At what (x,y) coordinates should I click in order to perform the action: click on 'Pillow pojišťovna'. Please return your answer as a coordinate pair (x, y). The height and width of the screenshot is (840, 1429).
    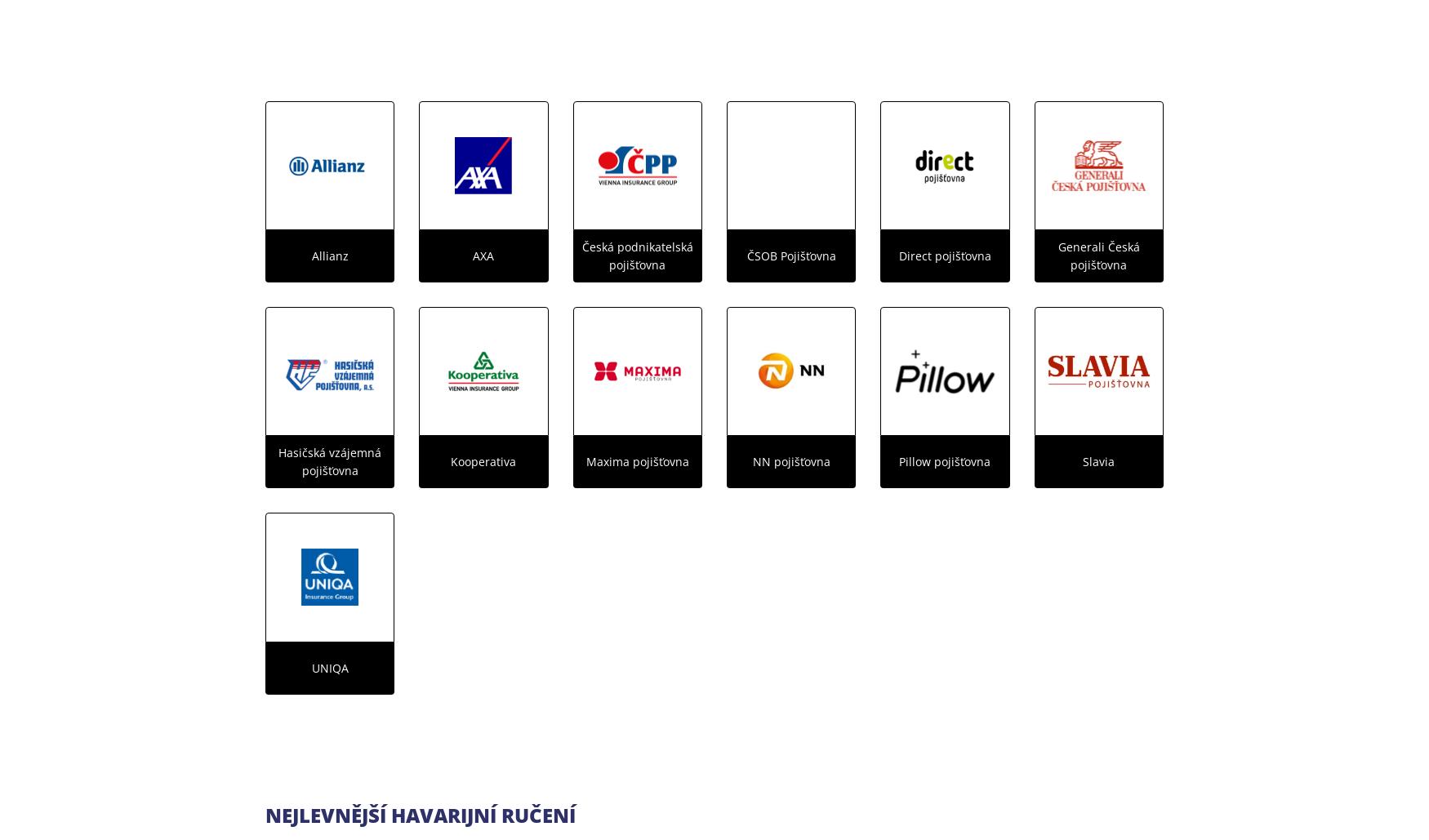
    Looking at the image, I should click on (943, 460).